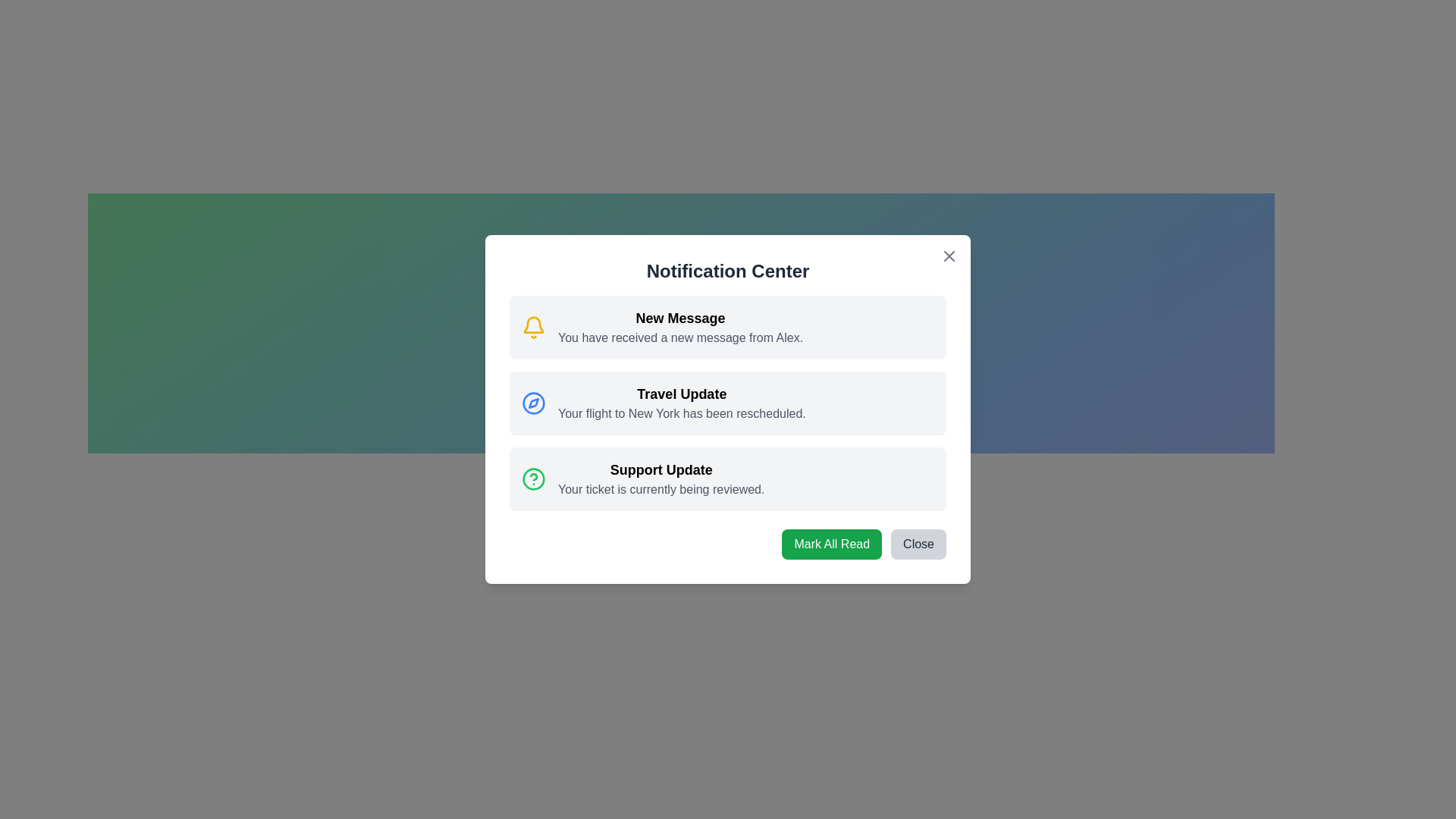 The width and height of the screenshot is (1456, 819). I want to click on the second notification message in the Notification list, which contains a blue compass icon and the text 'Travel Update' followed by 'Your flight to New York has been rescheduled.', so click(728, 403).